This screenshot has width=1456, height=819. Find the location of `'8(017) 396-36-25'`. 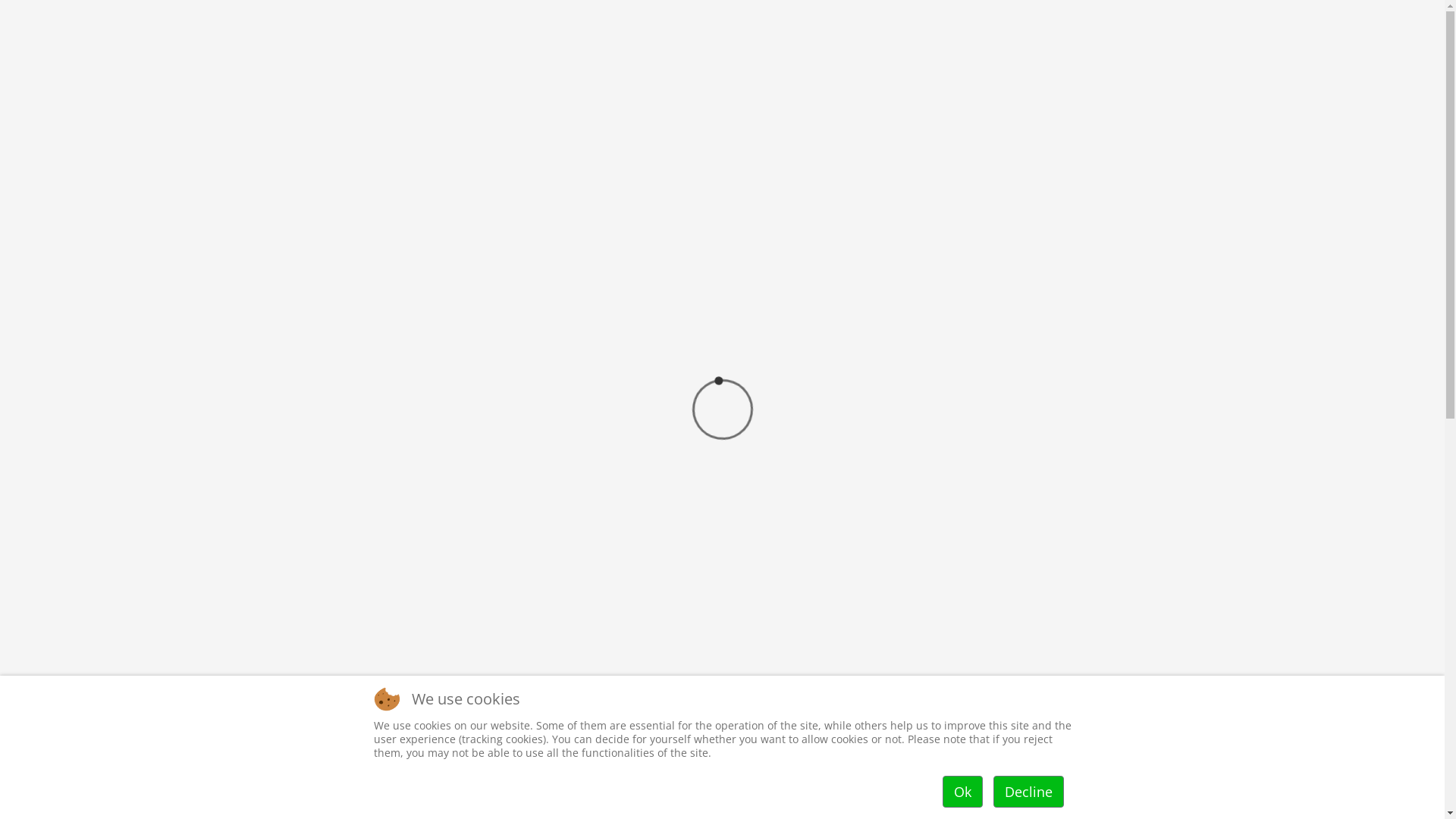

'8(017) 396-36-25' is located at coordinates (946, 713).